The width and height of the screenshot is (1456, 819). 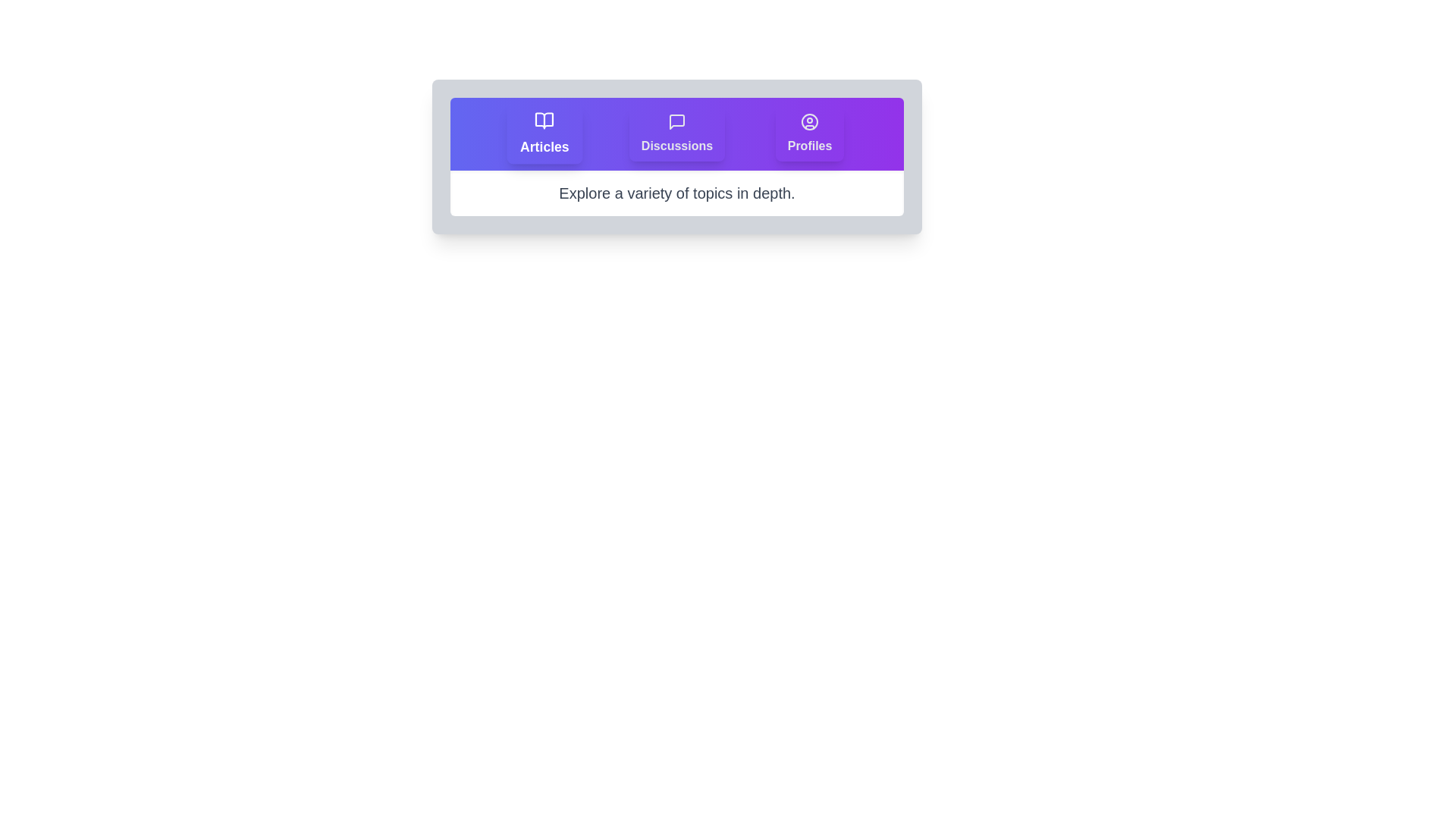 What do you see at coordinates (809, 133) in the screenshot?
I see `the tab labeled Profiles` at bounding box center [809, 133].